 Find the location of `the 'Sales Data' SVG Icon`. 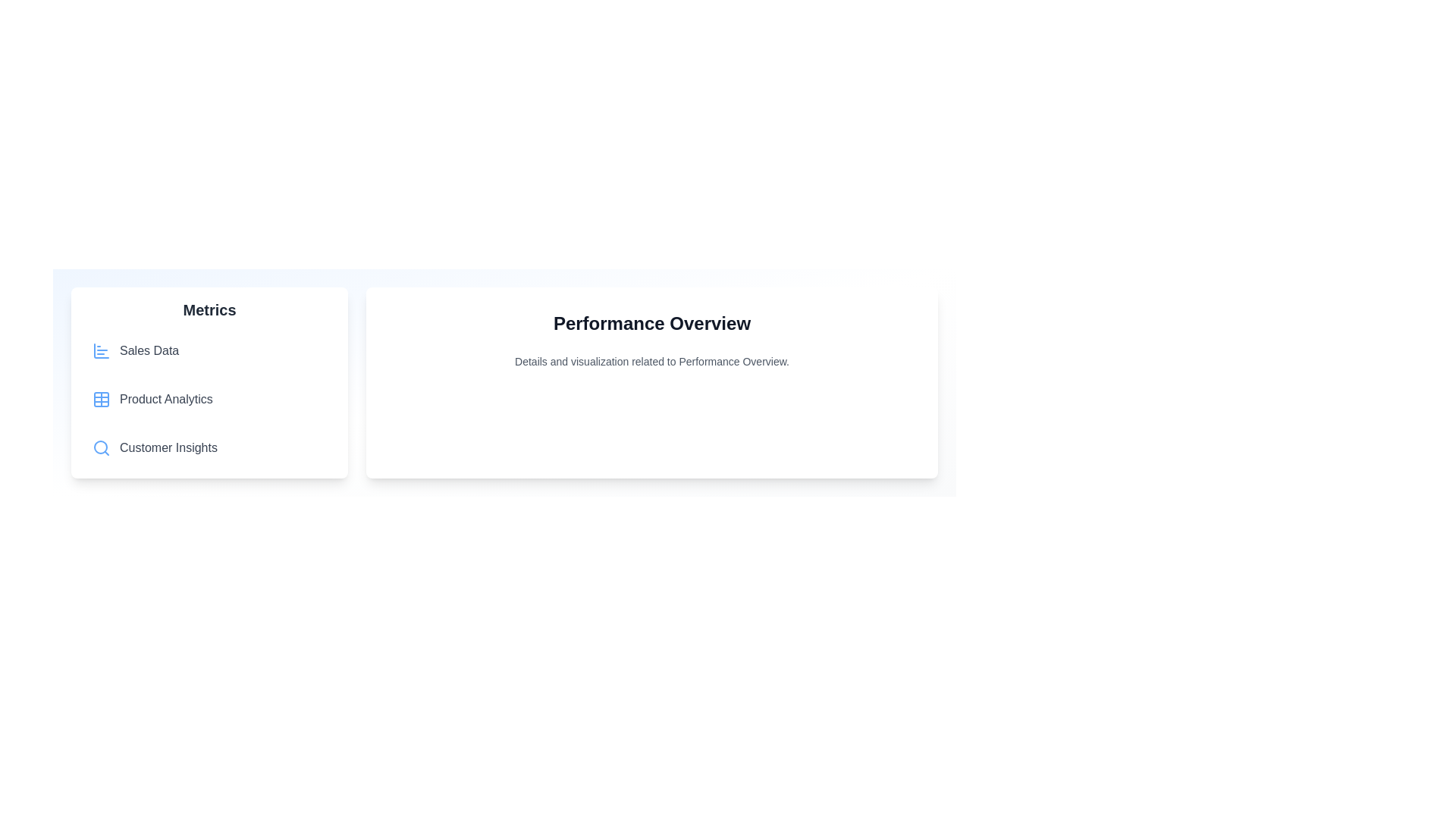

the 'Sales Data' SVG Icon is located at coordinates (101, 350).